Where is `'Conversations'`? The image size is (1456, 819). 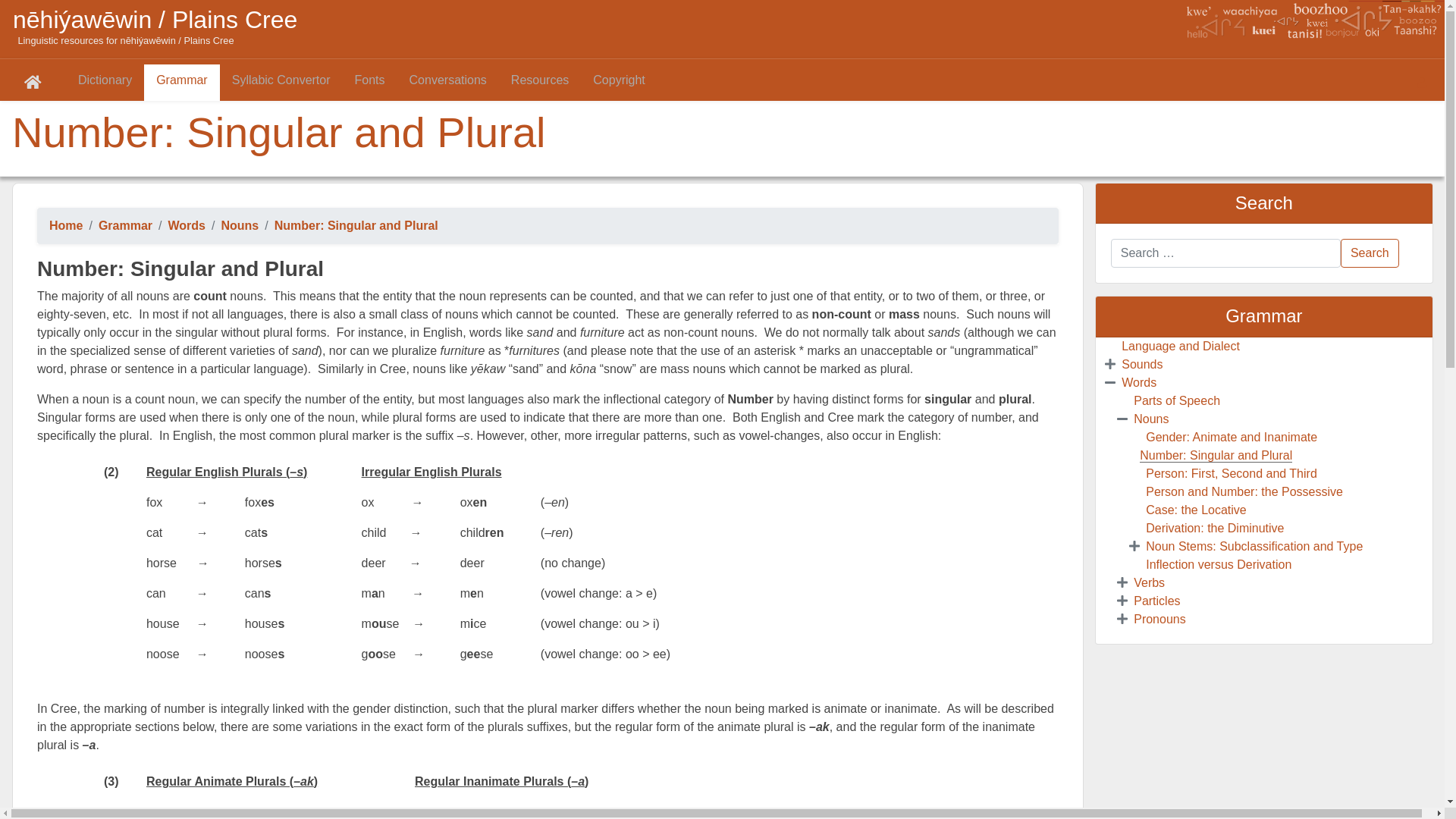 'Conversations' is located at coordinates (447, 82).